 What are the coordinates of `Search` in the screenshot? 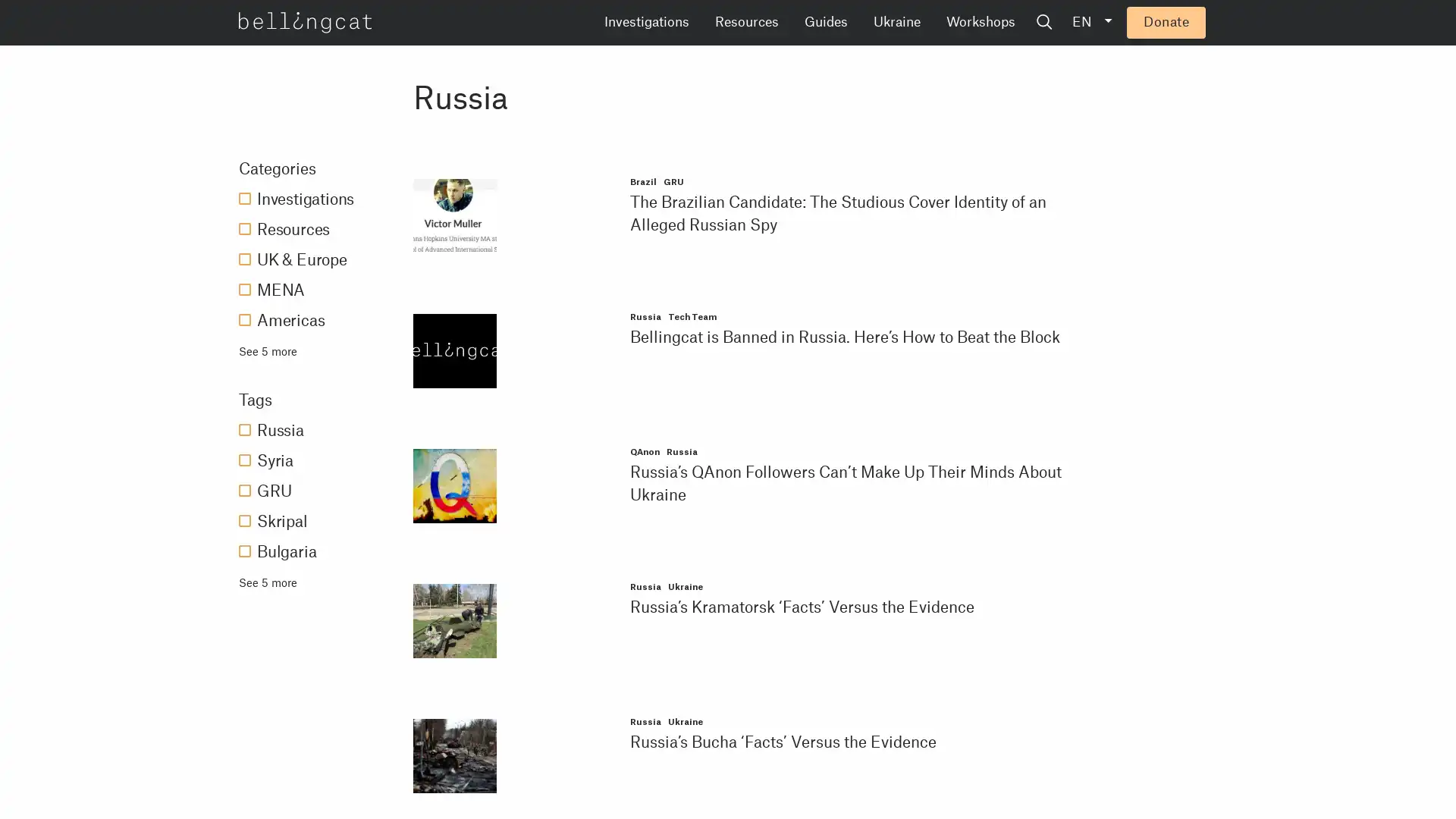 It's located at (1159, 23).